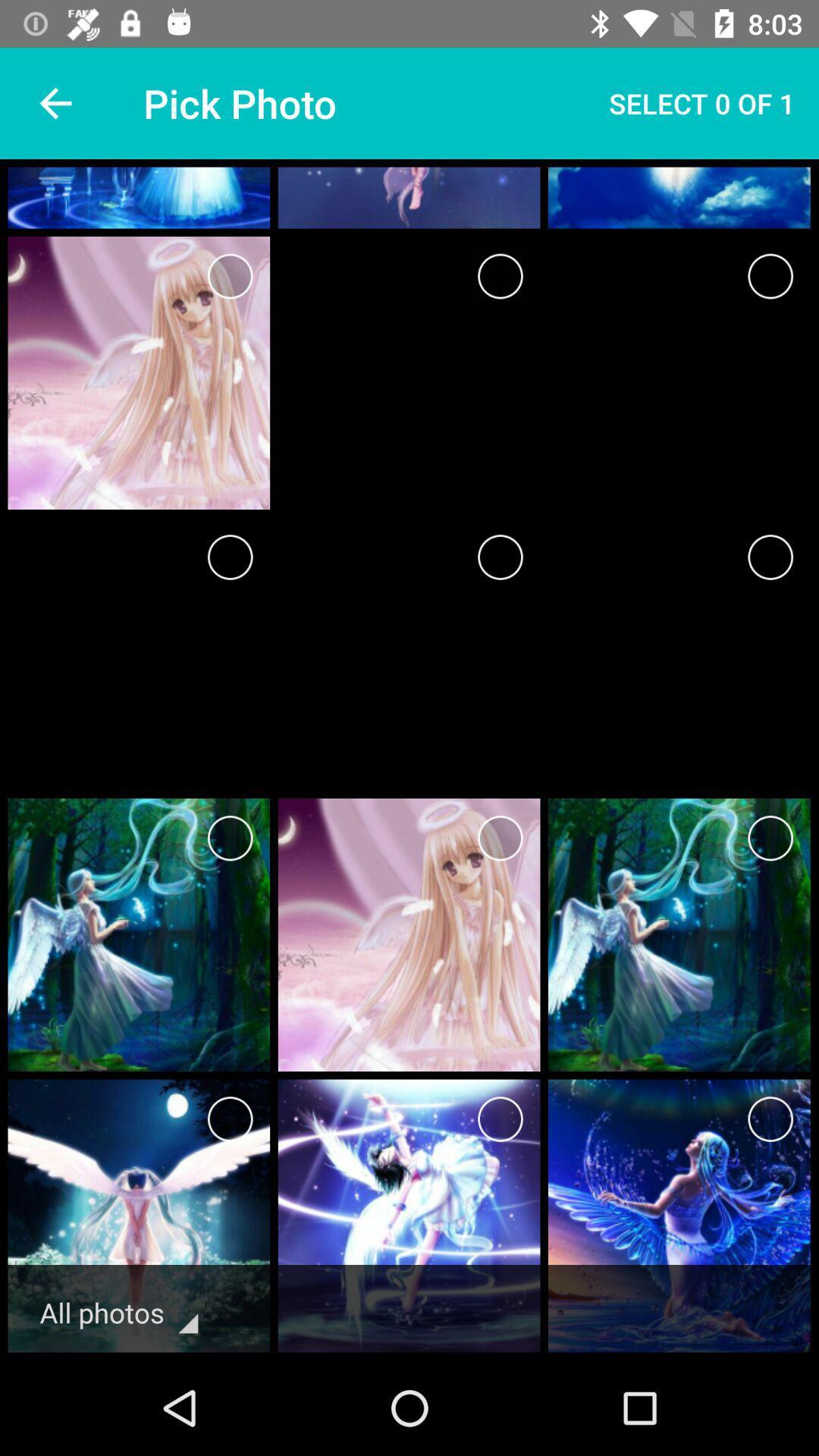 The image size is (819, 1456). What do you see at coordinates (770, 276) in the screenshot?
I see `sekect that photo` at bounding box center [770, 276].